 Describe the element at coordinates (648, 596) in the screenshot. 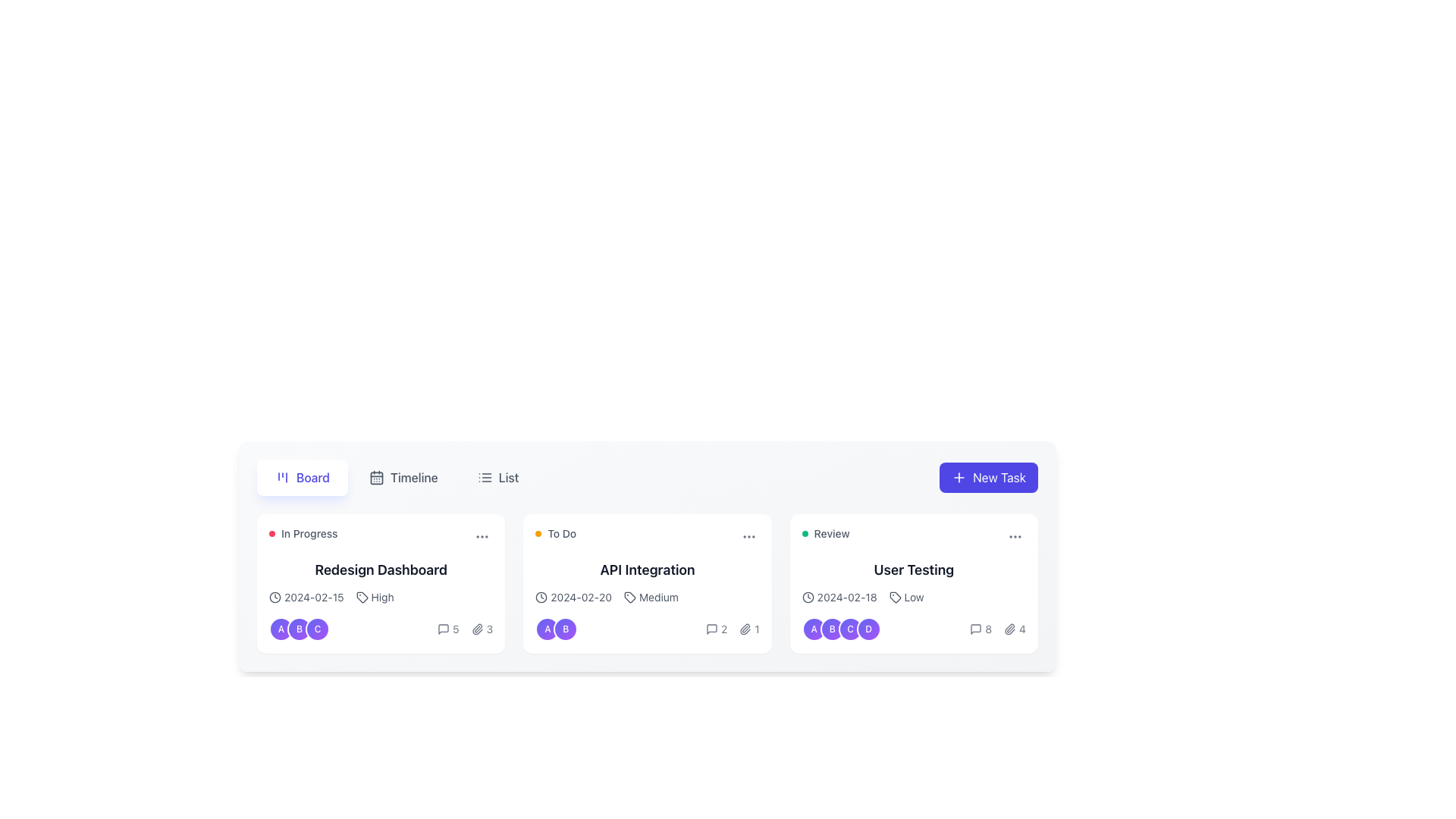

I see `date (2024-02-20) and priority level (Medium) information from the informational display below the 'API Integration' card in the 'To Do' column` at that location.